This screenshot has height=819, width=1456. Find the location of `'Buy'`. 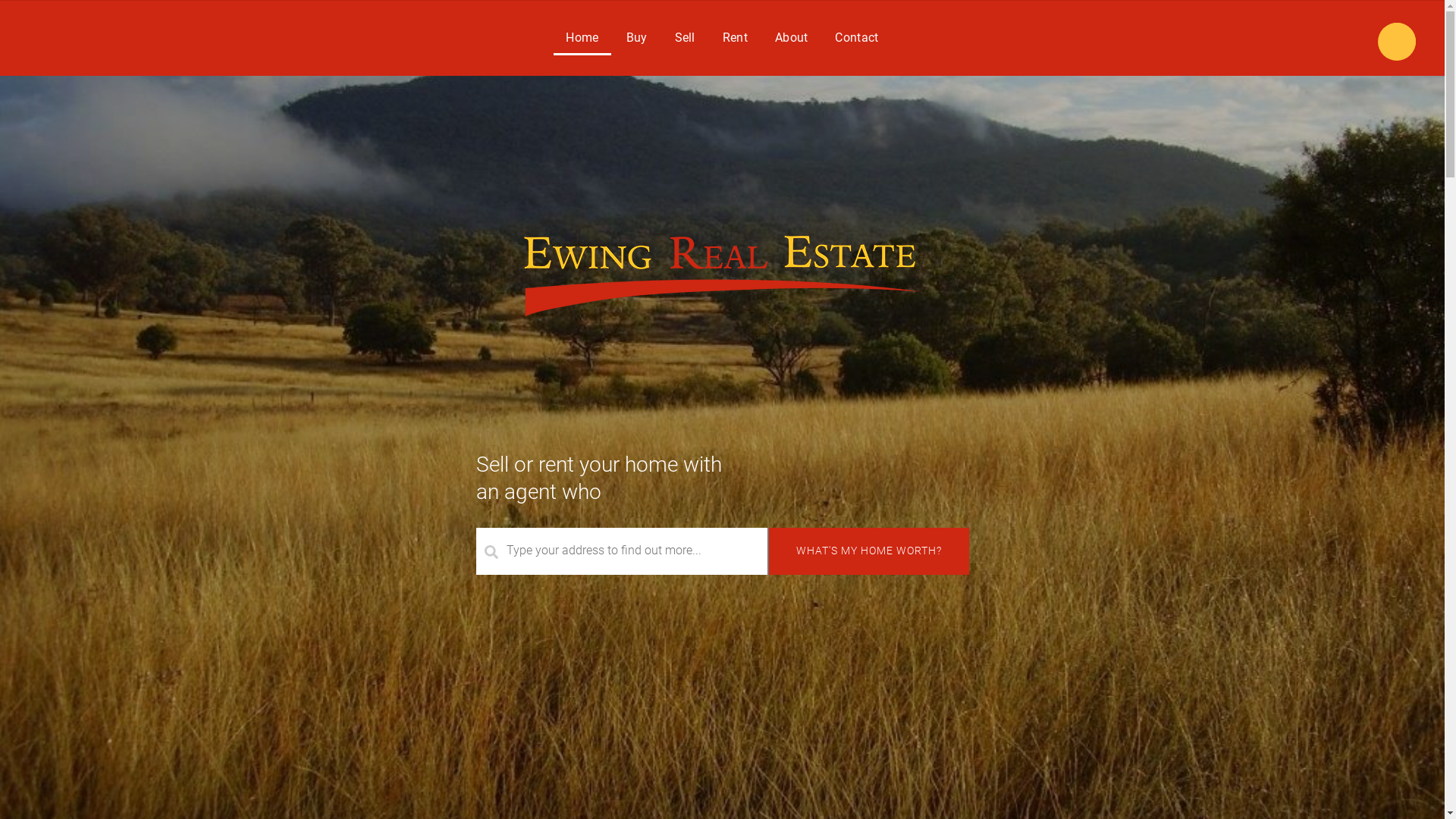

'Buy' is located at coordinates (637, 37).